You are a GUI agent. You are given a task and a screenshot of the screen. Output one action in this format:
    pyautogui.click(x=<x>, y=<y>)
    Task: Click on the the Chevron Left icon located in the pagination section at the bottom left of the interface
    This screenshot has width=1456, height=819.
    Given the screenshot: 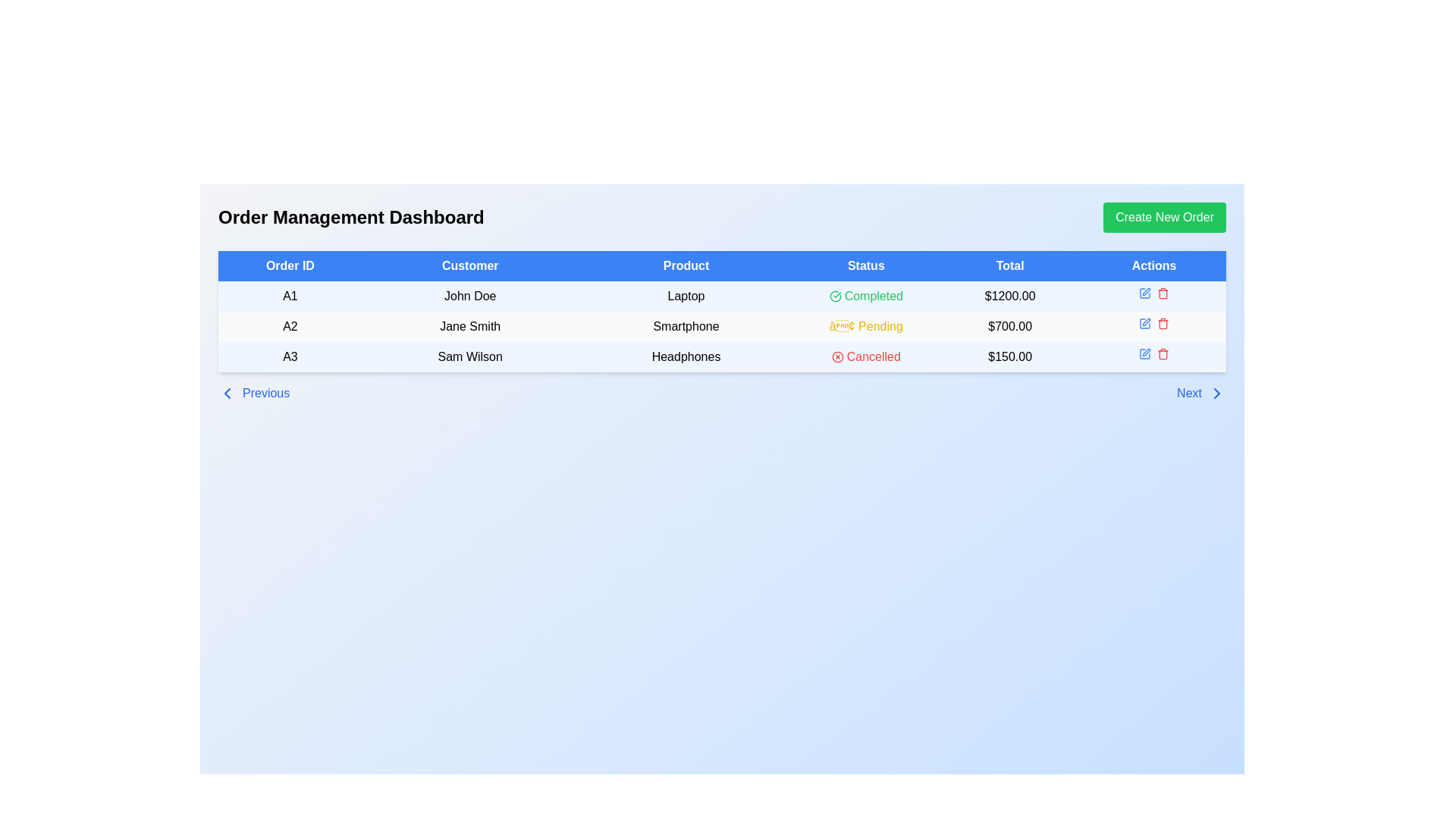 What is the action you would take?
    pyautogui.click(x=226, y=393)
    